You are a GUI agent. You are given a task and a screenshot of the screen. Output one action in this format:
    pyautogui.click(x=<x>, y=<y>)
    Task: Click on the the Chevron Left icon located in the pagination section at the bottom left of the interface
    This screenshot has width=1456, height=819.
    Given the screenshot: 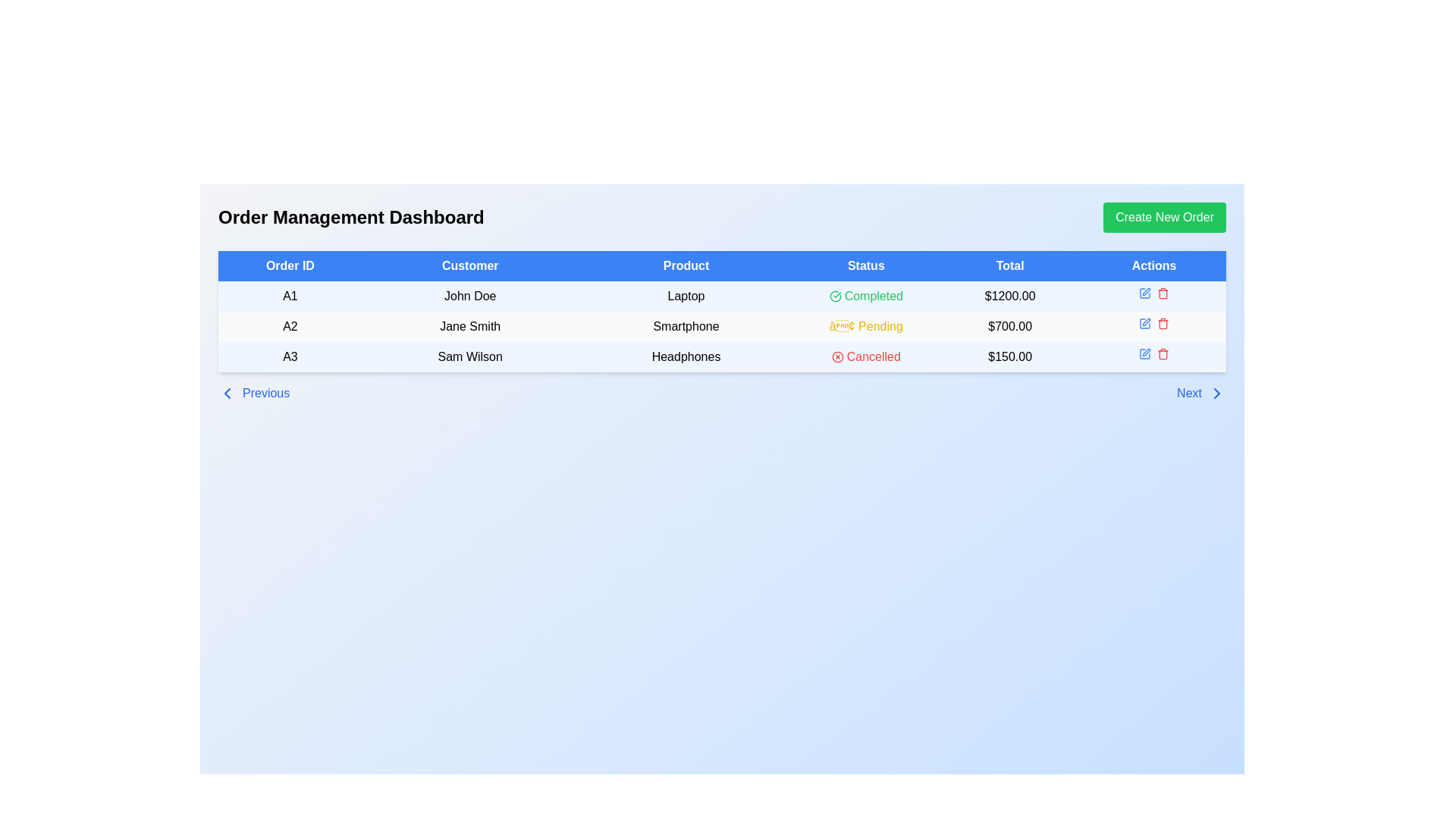 What is the action you would take?
    pyautogui.click(x=226, y=393)
    